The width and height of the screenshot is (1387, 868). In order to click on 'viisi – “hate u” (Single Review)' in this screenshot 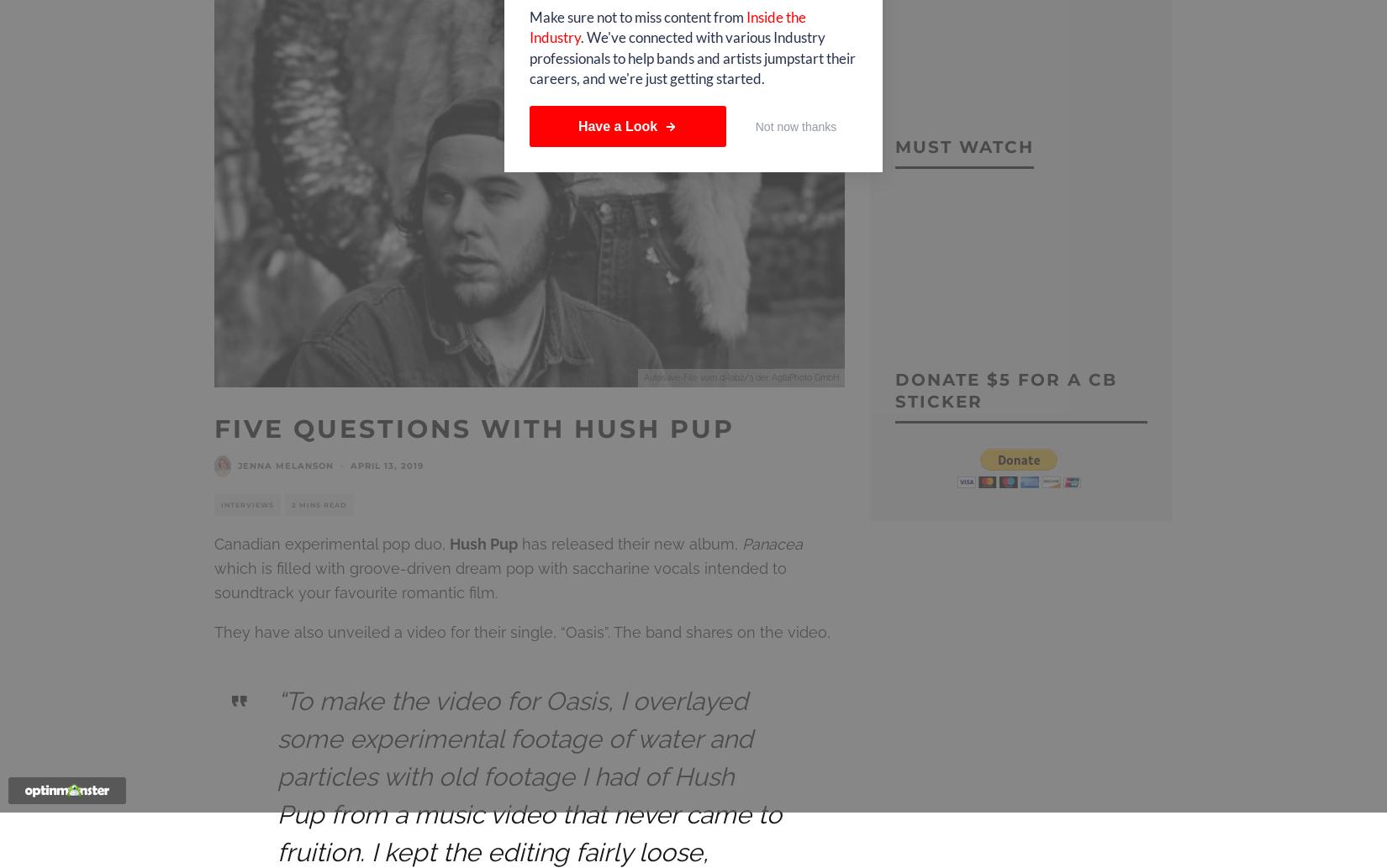, I will do `click(692, 17)`.